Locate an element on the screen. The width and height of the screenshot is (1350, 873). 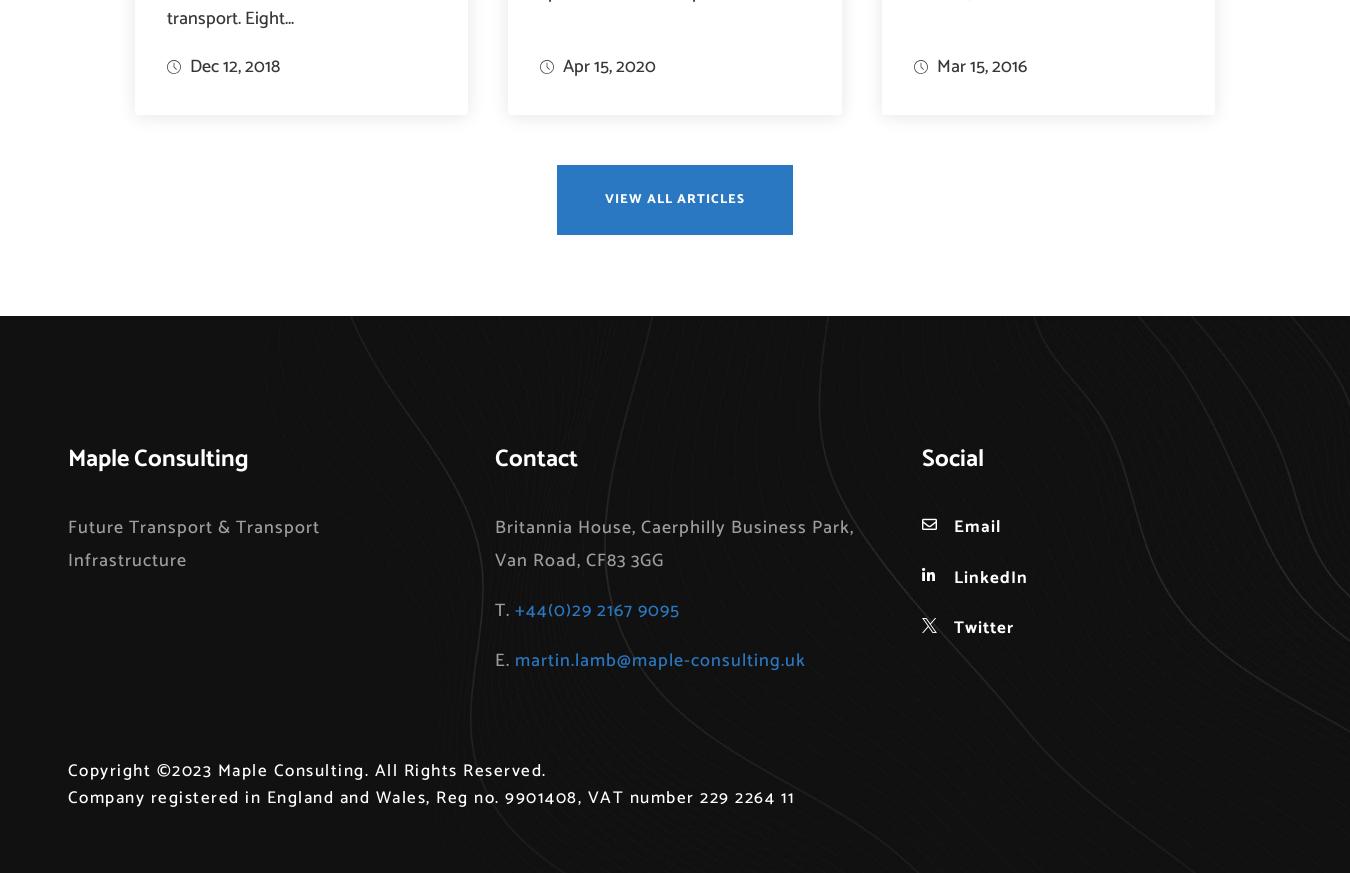
'Company registered in England and Wales, Reg no. 9901408, VAT number 229 2264 11' is located at coordinates (431, 798).